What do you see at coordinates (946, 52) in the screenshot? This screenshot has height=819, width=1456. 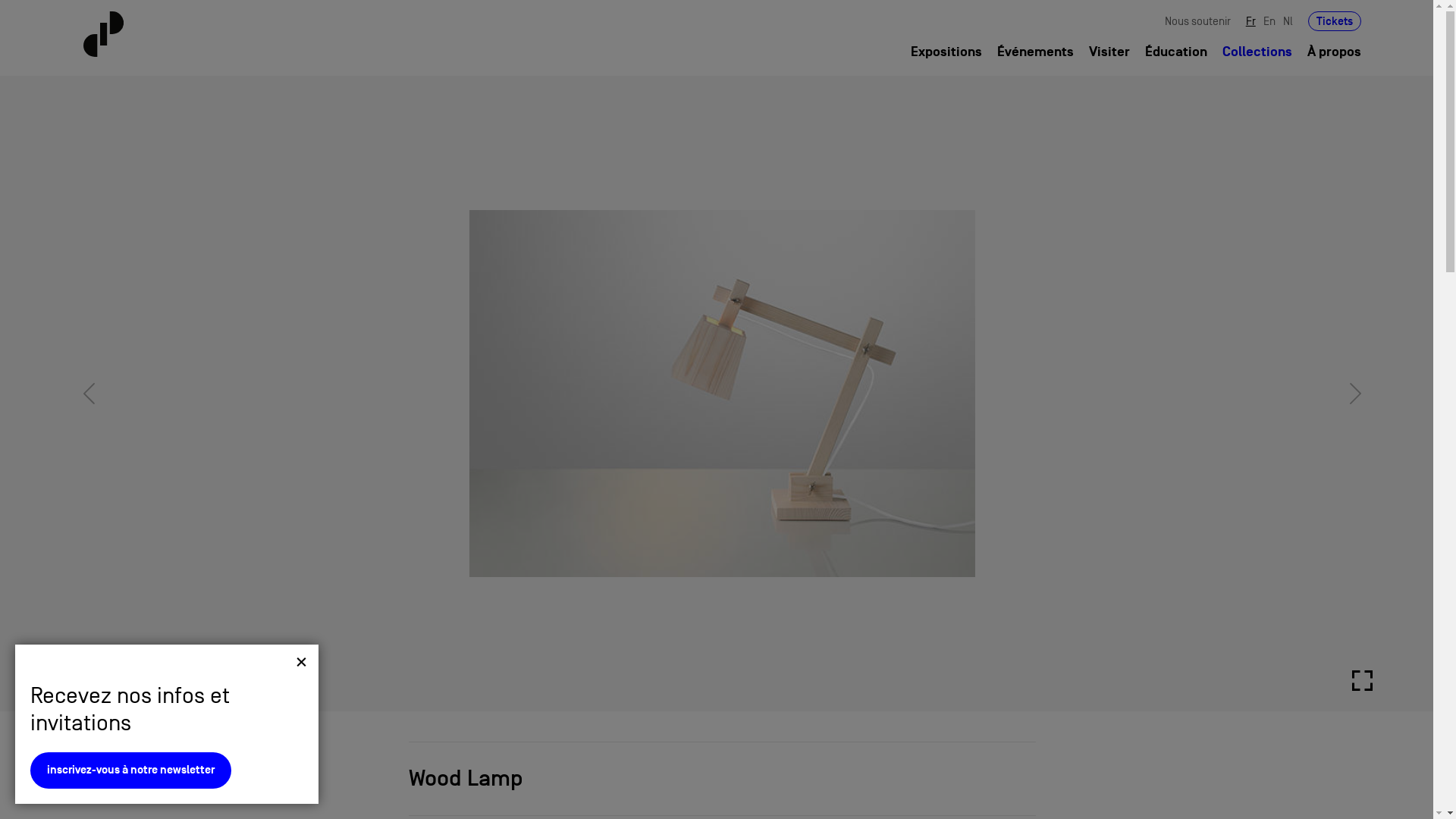 I see `'Expositions'` at bounding box center [946, 52].